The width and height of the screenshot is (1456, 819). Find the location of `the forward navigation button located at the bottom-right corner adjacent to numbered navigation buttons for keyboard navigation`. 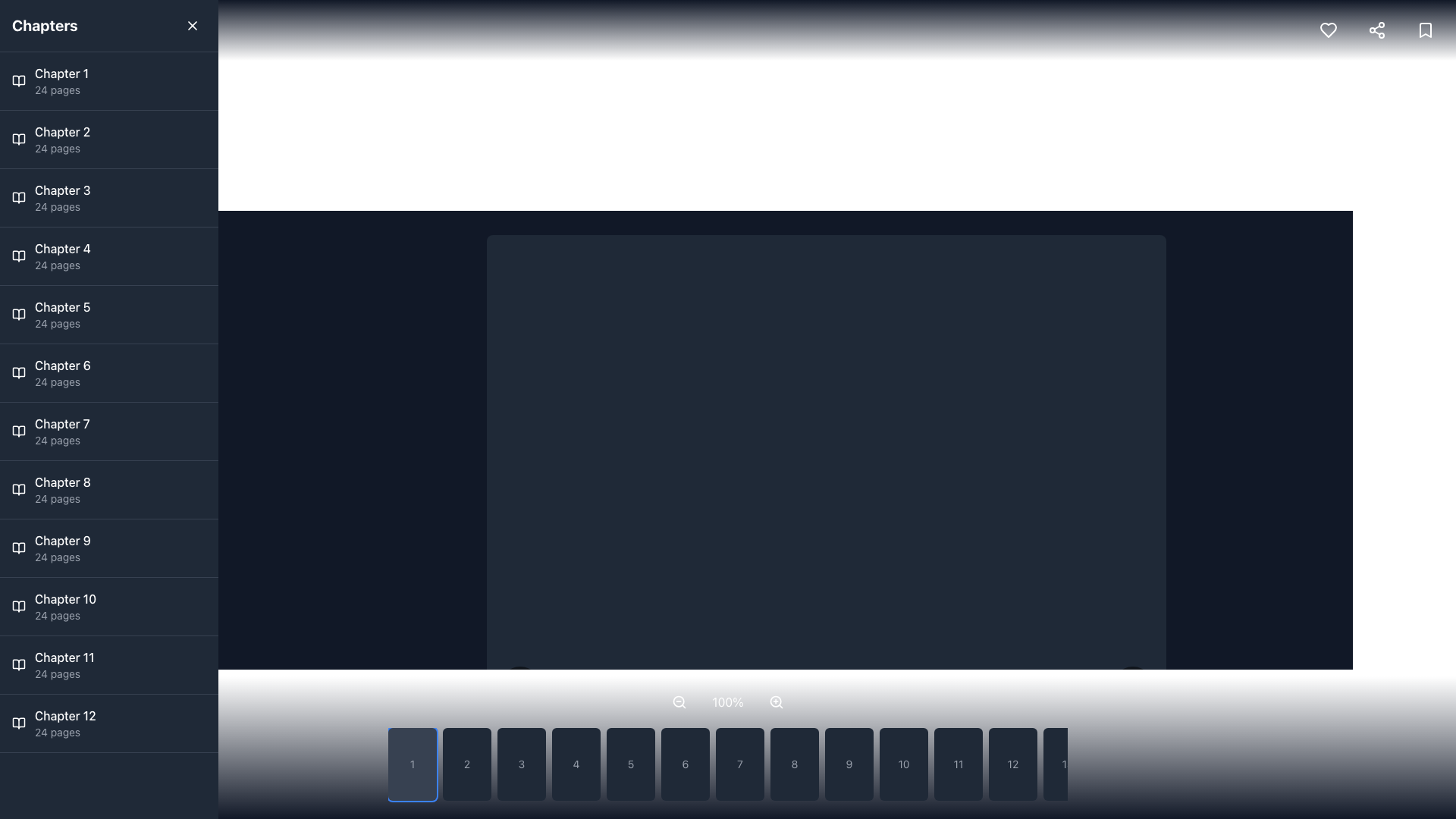

the forward navigation button located at the bottom-right corner adjacent to numbered navigation buttons for keyboard navigation is located at coordinates (1132, 688).